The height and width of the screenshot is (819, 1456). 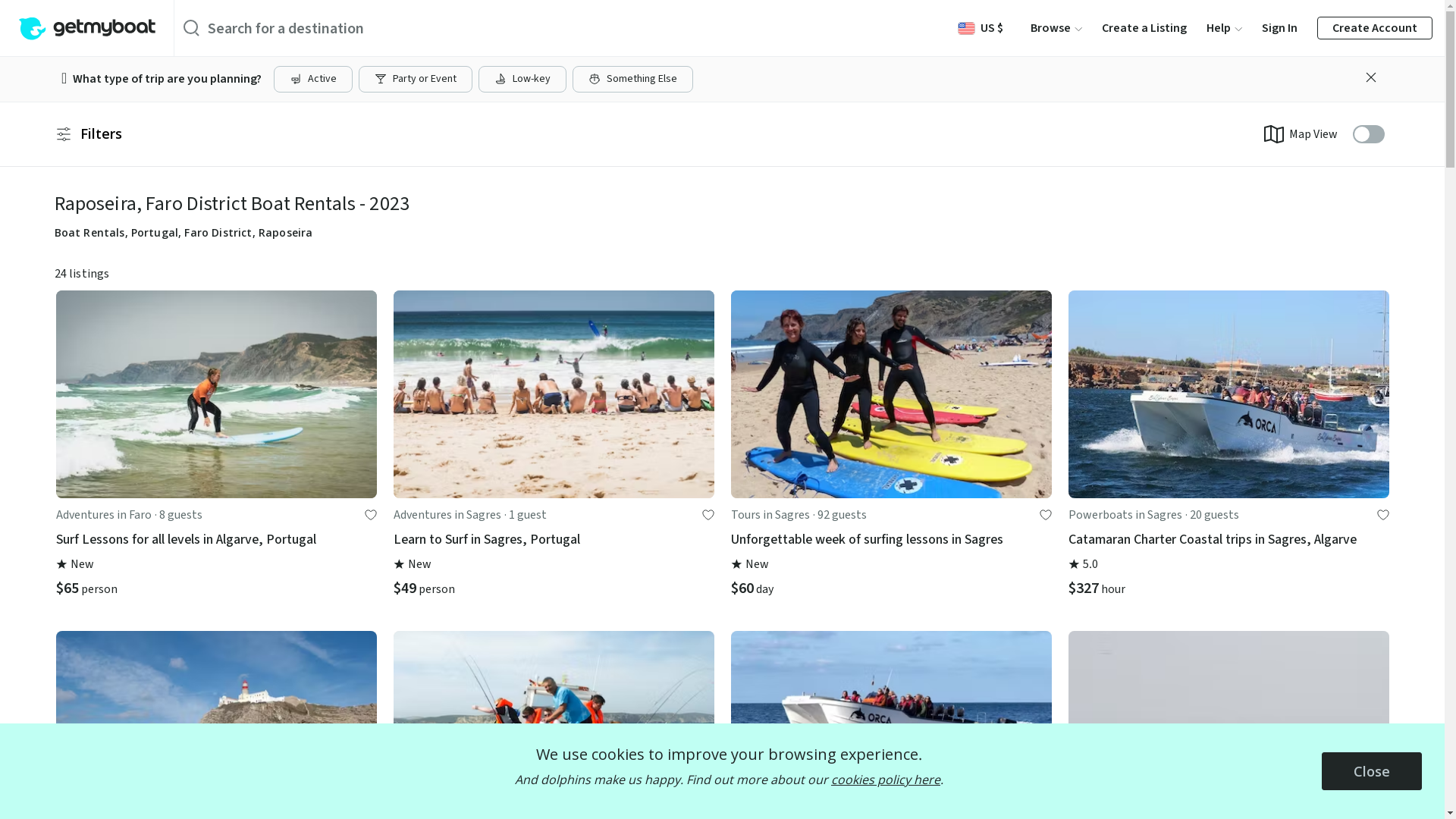 What do you see at coordinates (87, 133) in the screenshot?
I see `'Filters'` at bounding box center [87, 133].